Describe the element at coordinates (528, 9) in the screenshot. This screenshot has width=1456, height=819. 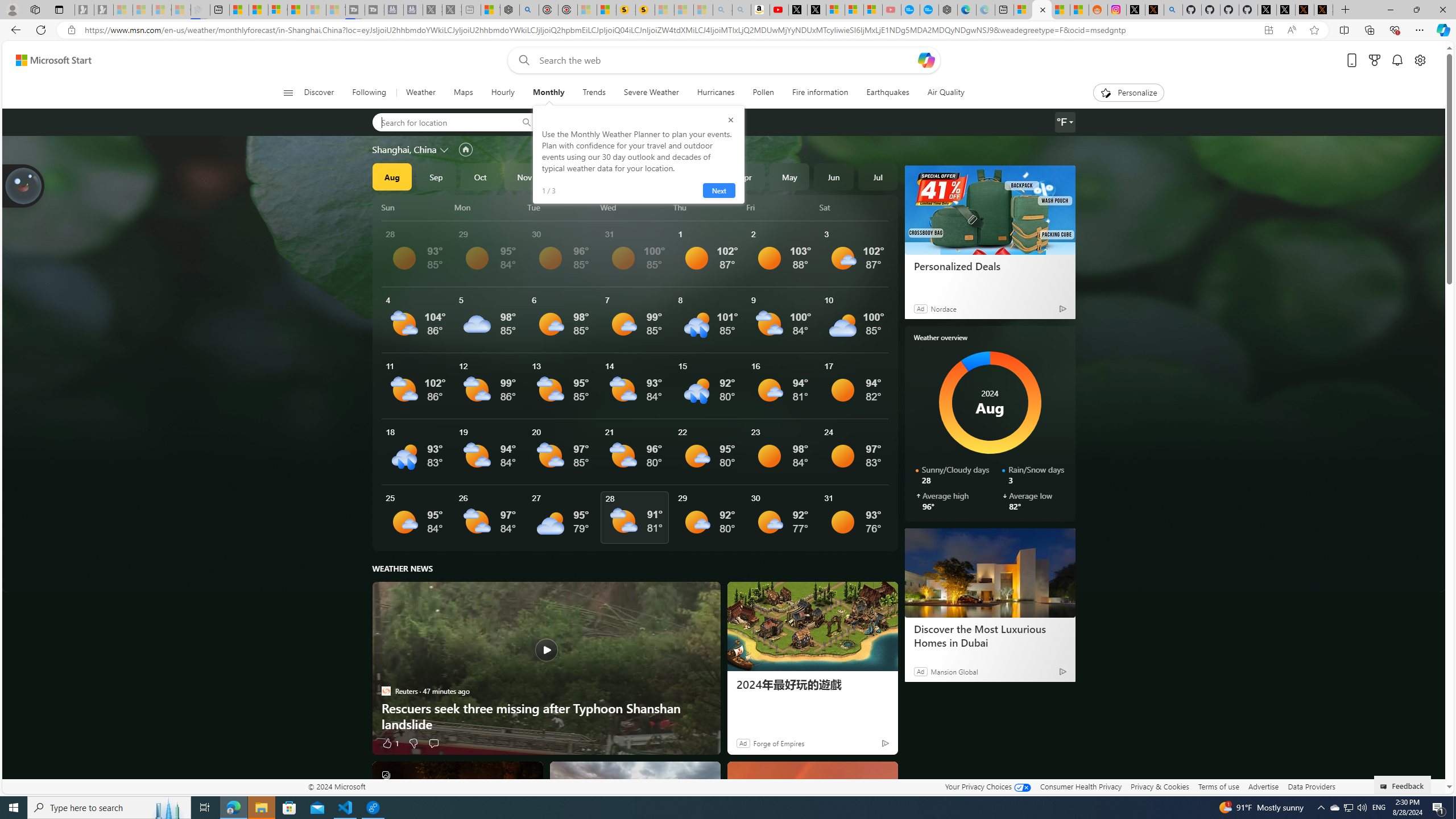
I see `'poe - Search'` at that location.